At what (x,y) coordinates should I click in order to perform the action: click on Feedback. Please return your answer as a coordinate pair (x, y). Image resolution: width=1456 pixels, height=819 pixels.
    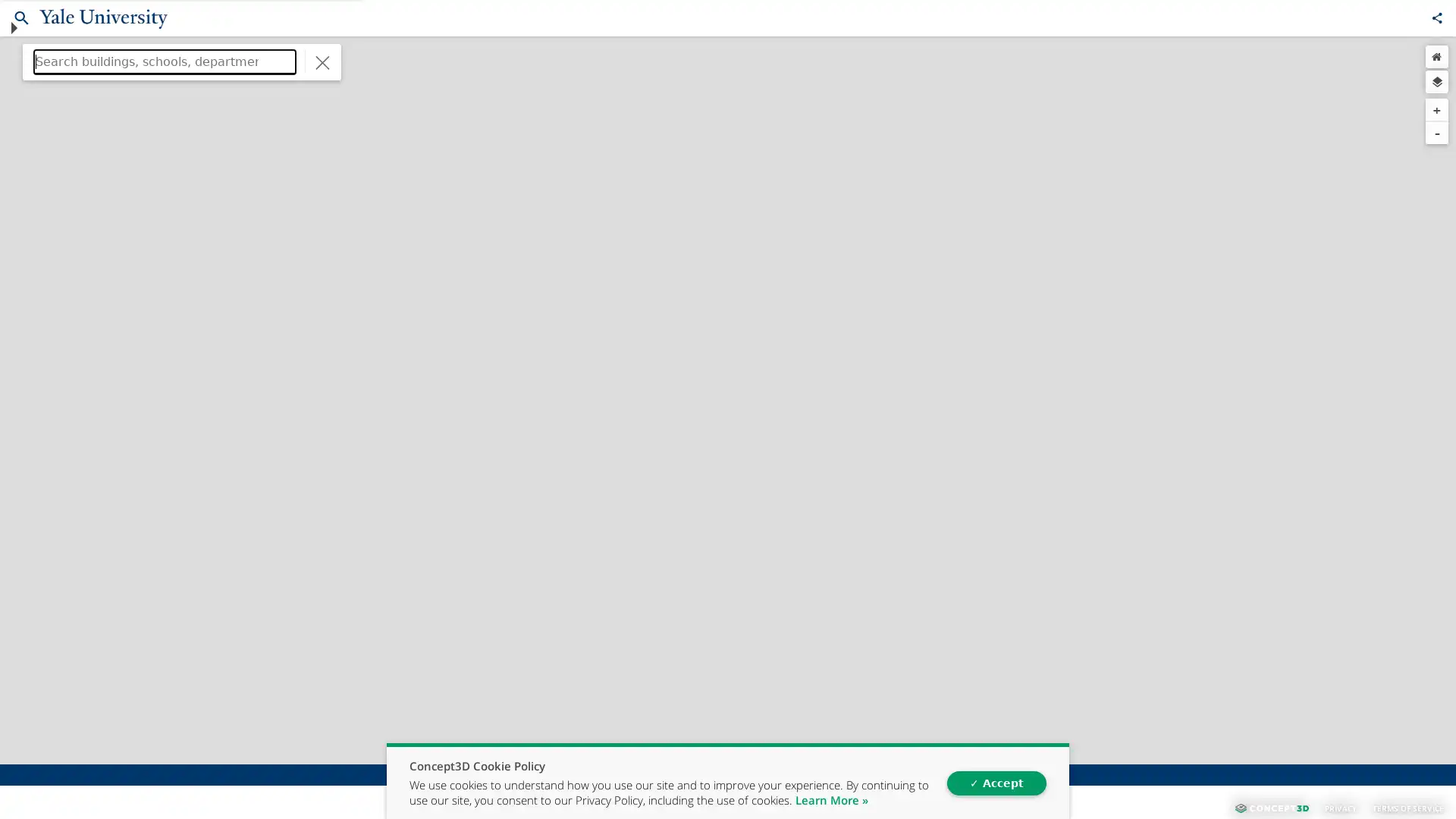
    Looking at the image, I should click on (1372, 17).